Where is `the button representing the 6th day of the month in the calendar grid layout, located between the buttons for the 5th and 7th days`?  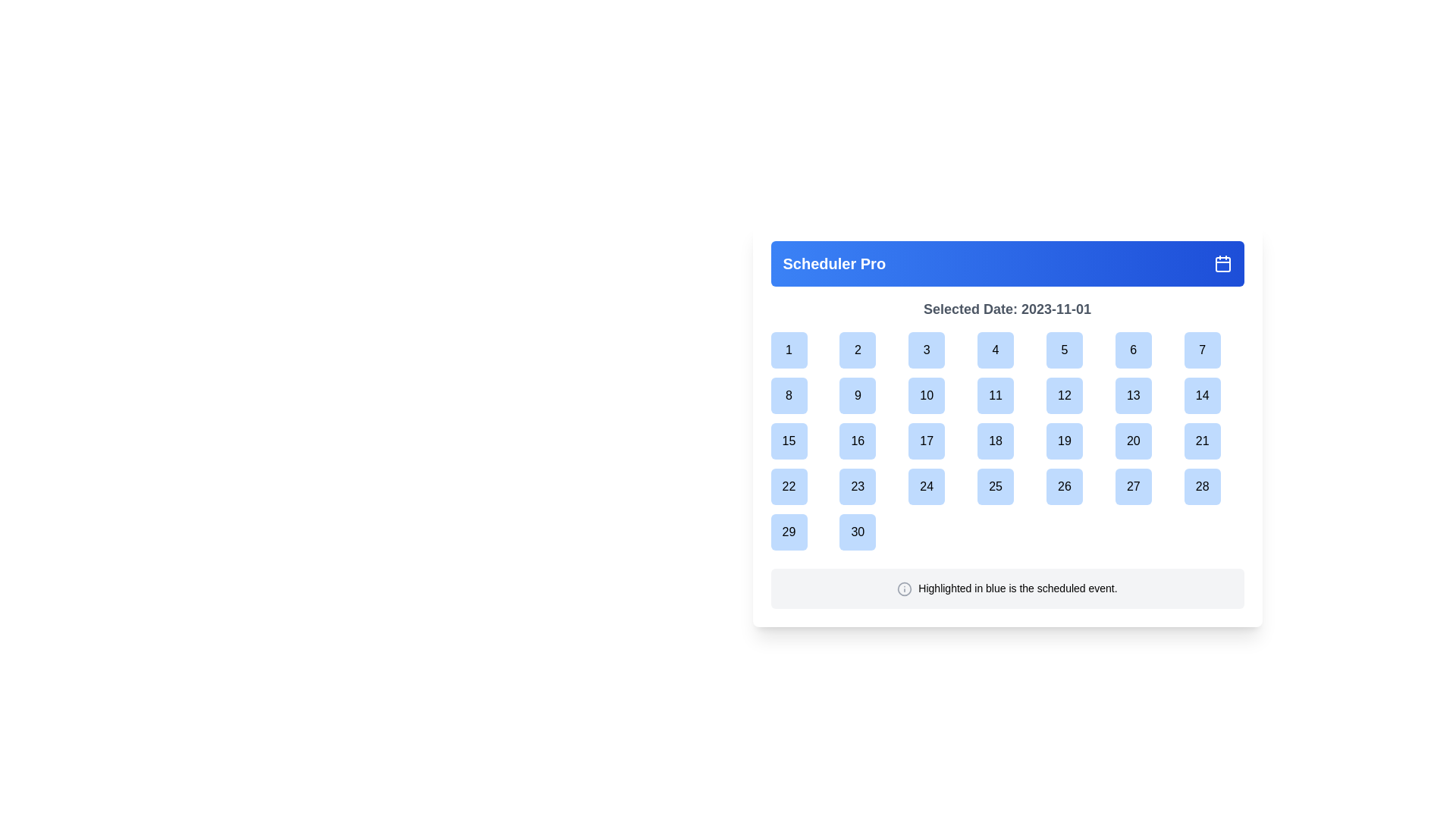
the button representing the 6th day of the month in the calendar grid layout, located between the buttons for the 5th and 7th days is located at coordinates (1133, 350).